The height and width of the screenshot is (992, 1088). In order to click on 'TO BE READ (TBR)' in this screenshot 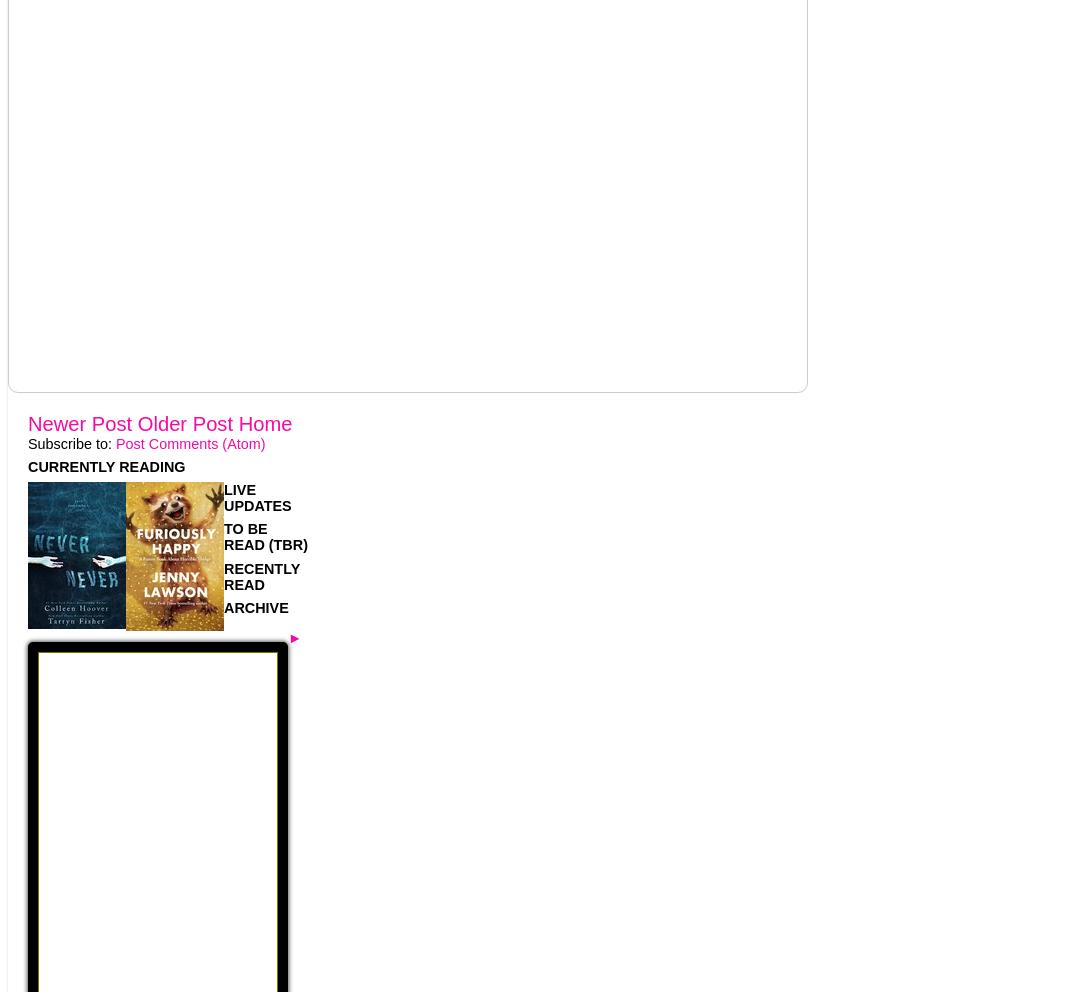, I will do `click(264, 535)`.